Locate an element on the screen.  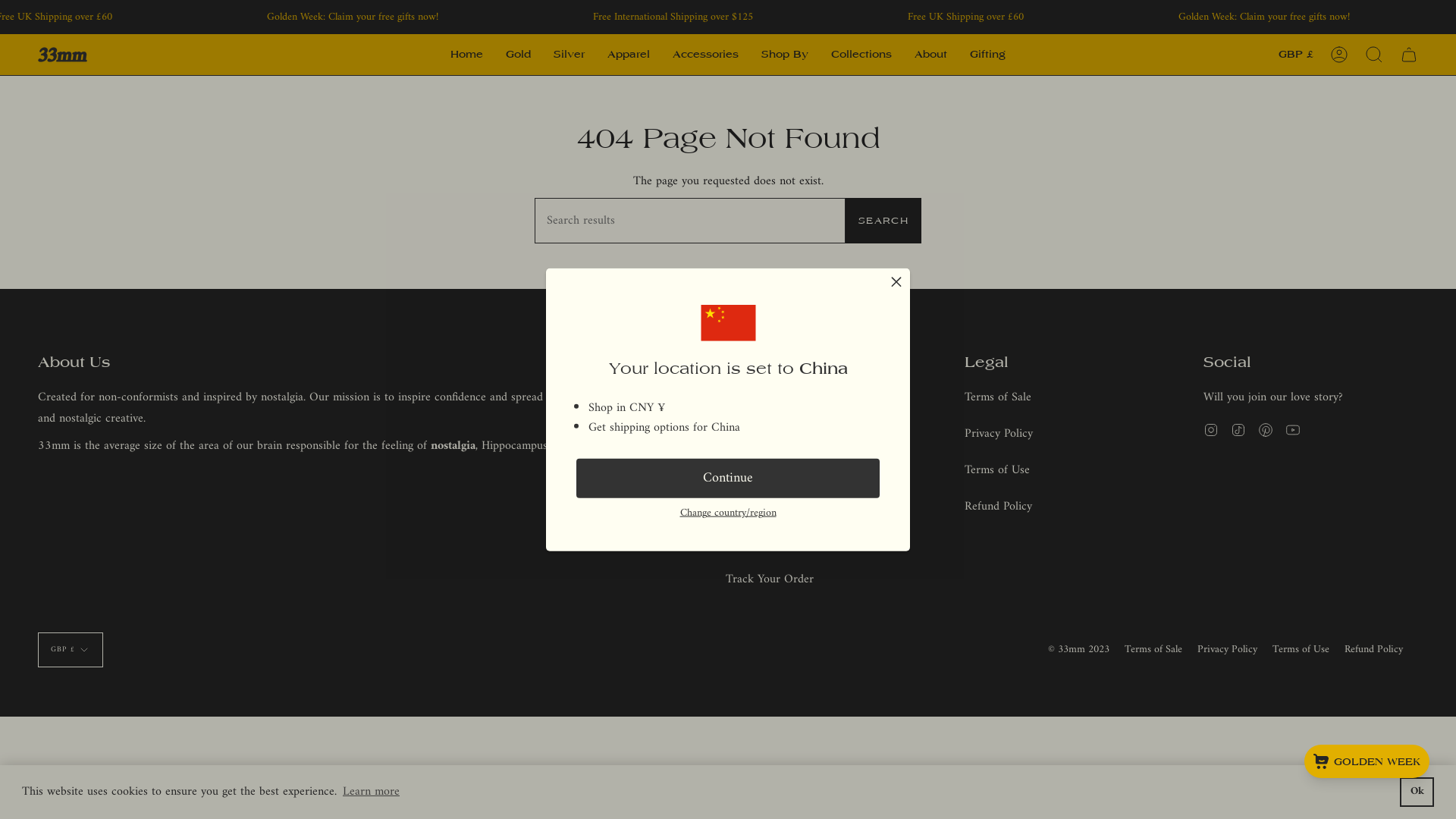
'Shop By' is located at coordinates (785, 54).